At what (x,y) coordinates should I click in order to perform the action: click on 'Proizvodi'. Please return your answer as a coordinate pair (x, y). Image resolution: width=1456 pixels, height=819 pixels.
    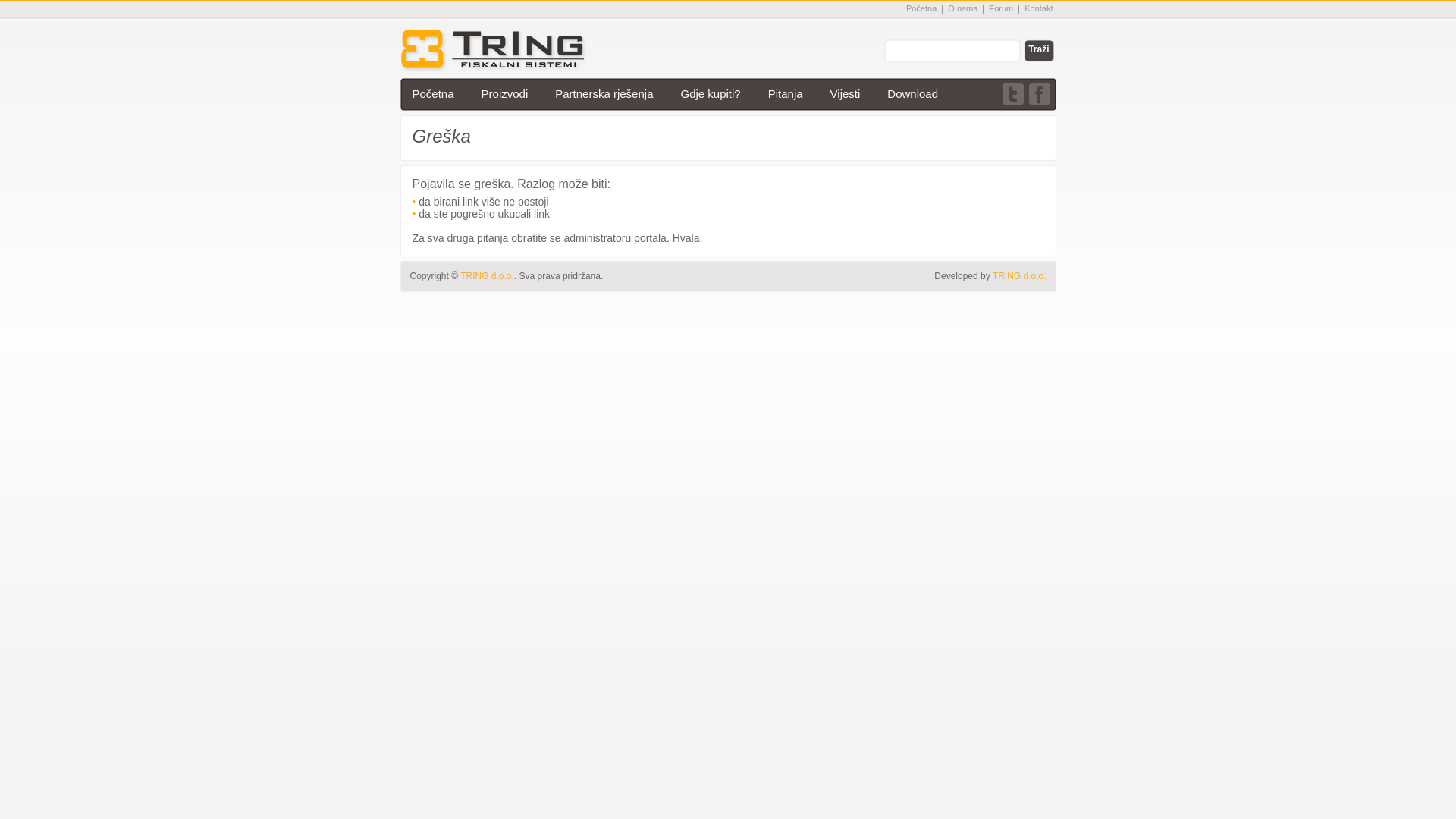
    Looking at the image, I should click on (505, 94).